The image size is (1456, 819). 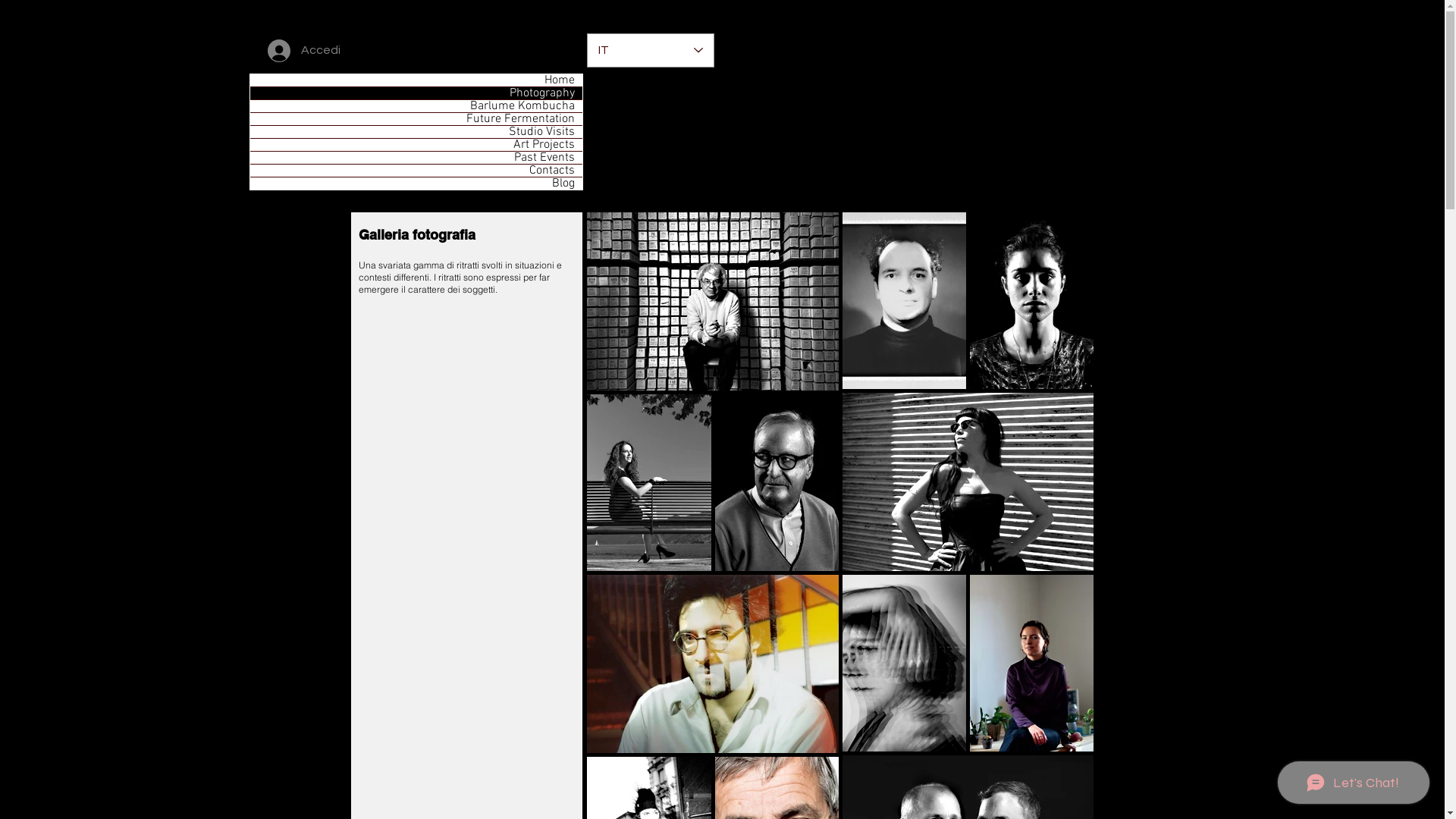 What do you see at coordinates (416, 130) in the screenshot?
I see `'Studio Visits'` at bounding box center [416, 130].